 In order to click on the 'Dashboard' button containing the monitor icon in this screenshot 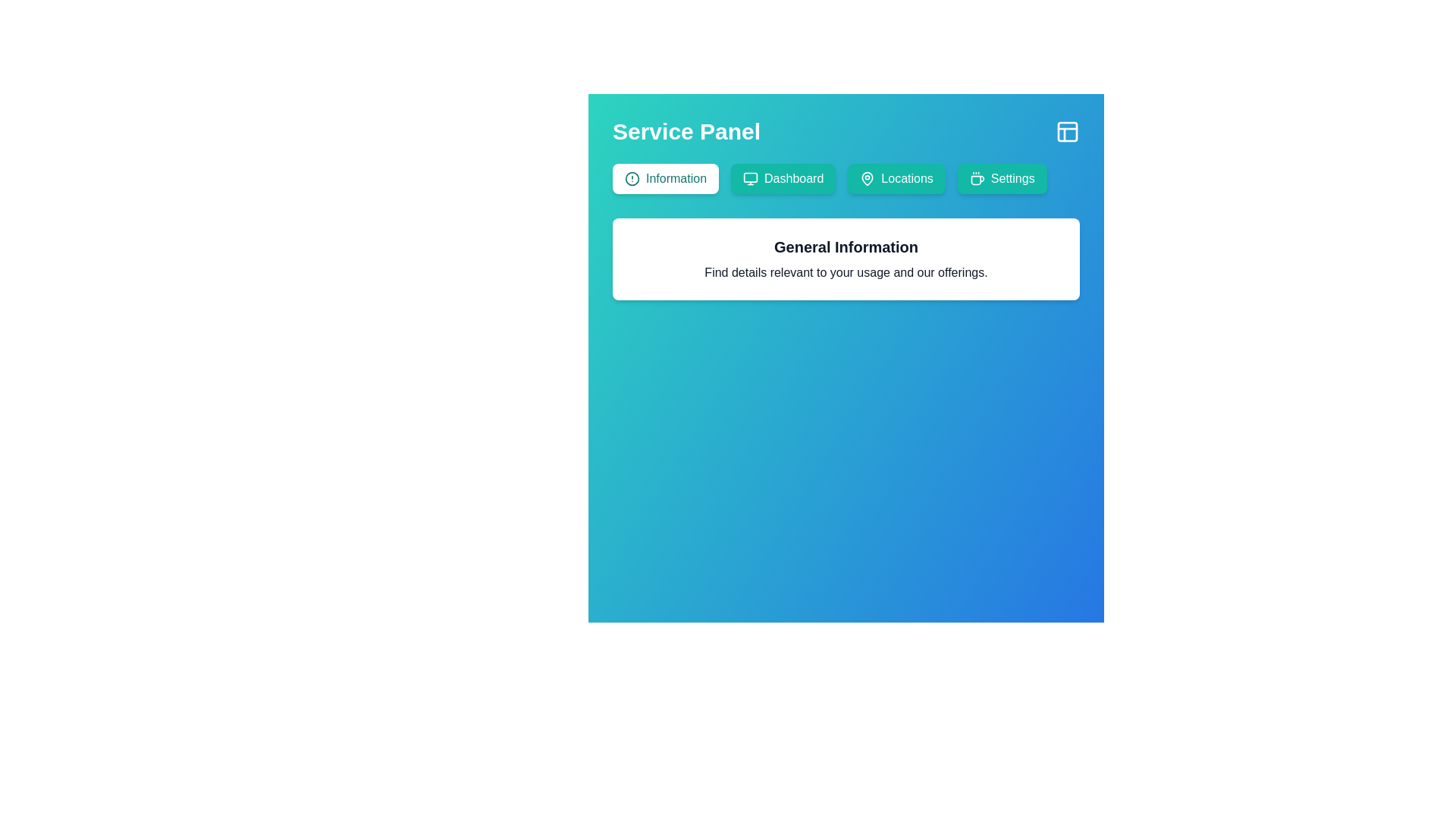, I will do `click(751, 177)`.